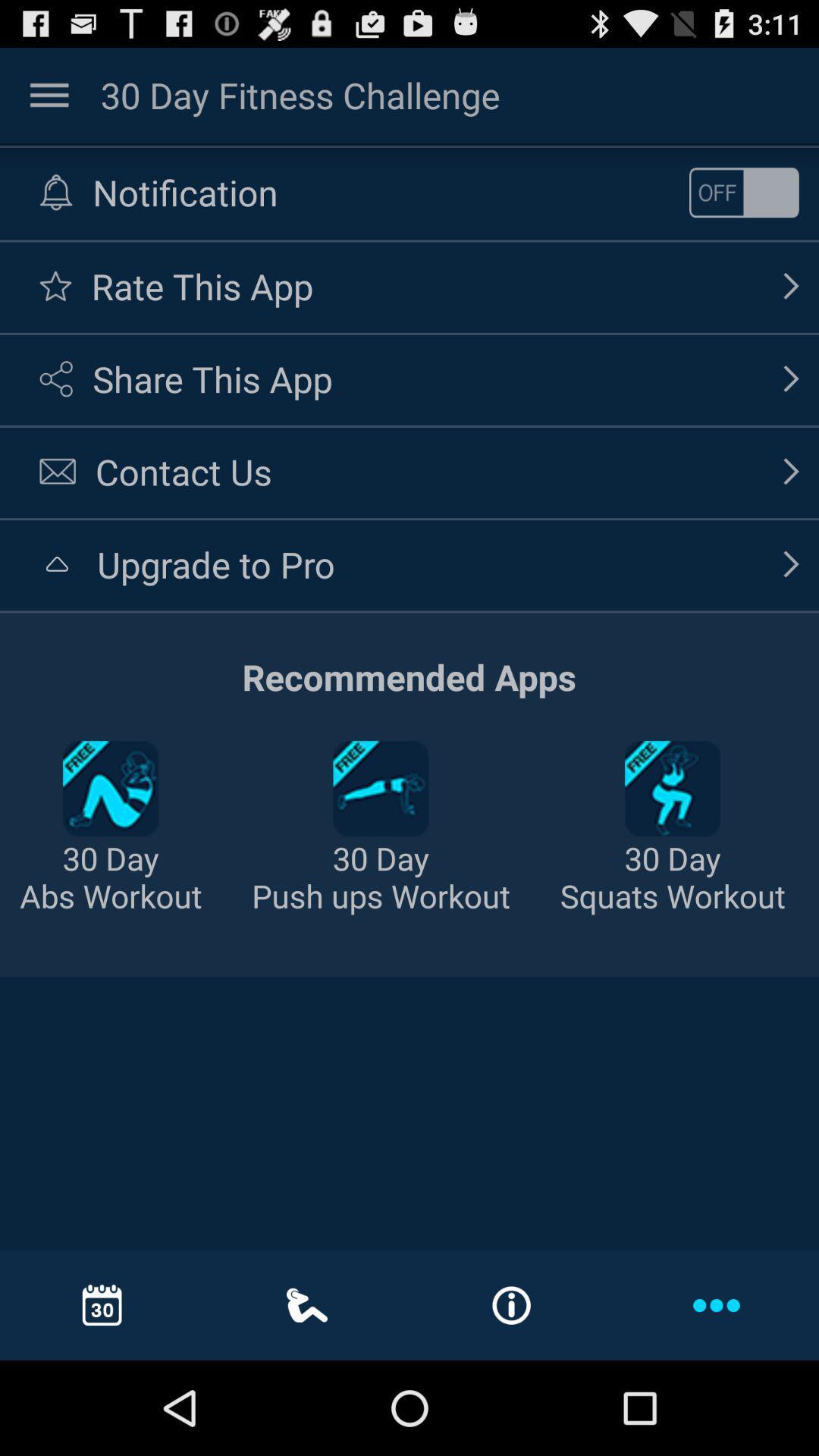 The image size is (819, 1456). What do you see at coordinates (512, 1305) in the screenshot?
I see `information icon` at bounding box center [512, 1305].